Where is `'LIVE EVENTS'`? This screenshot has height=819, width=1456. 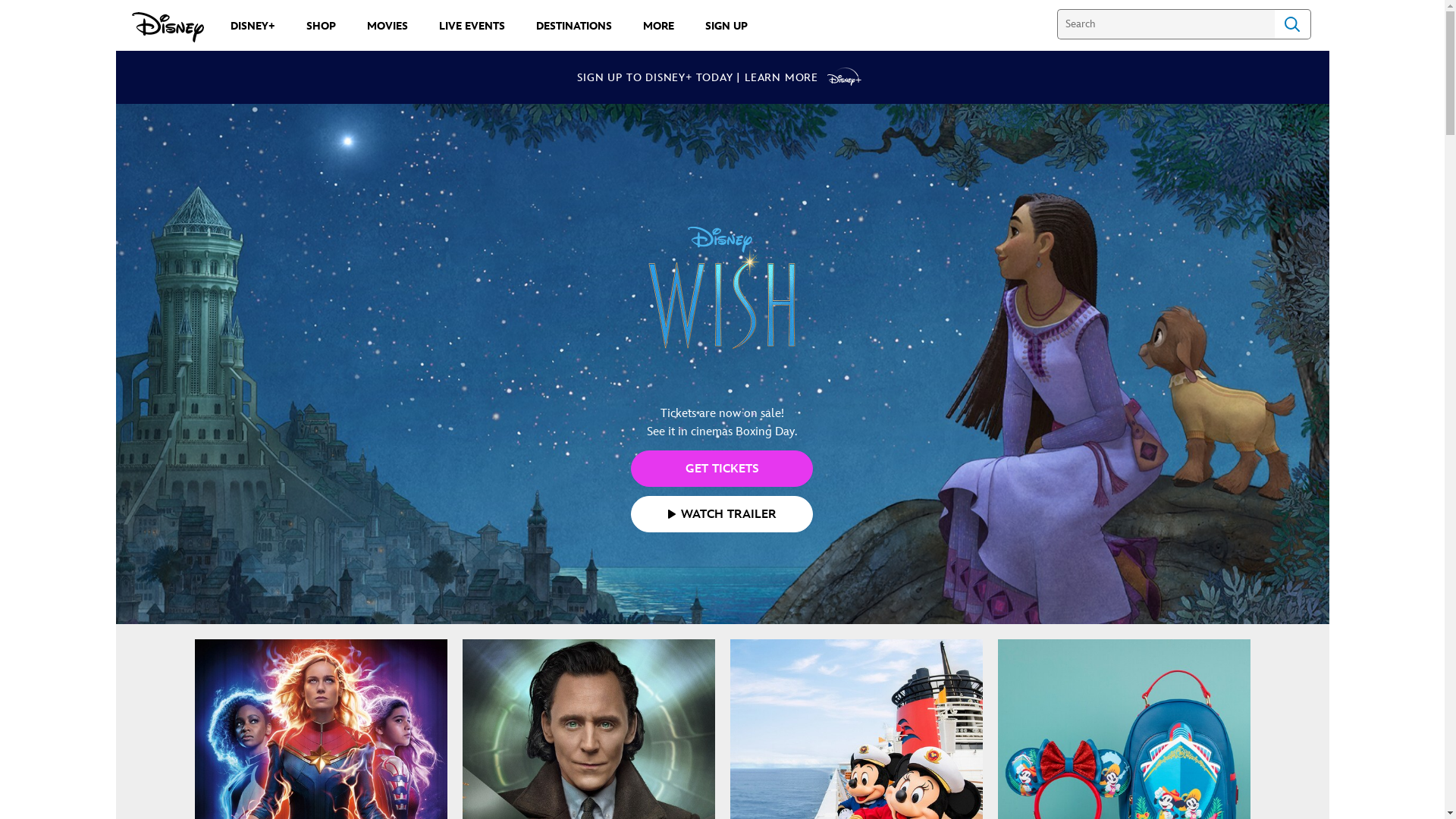 'LIVE EVENTS' is located at coordinates (470, 25).